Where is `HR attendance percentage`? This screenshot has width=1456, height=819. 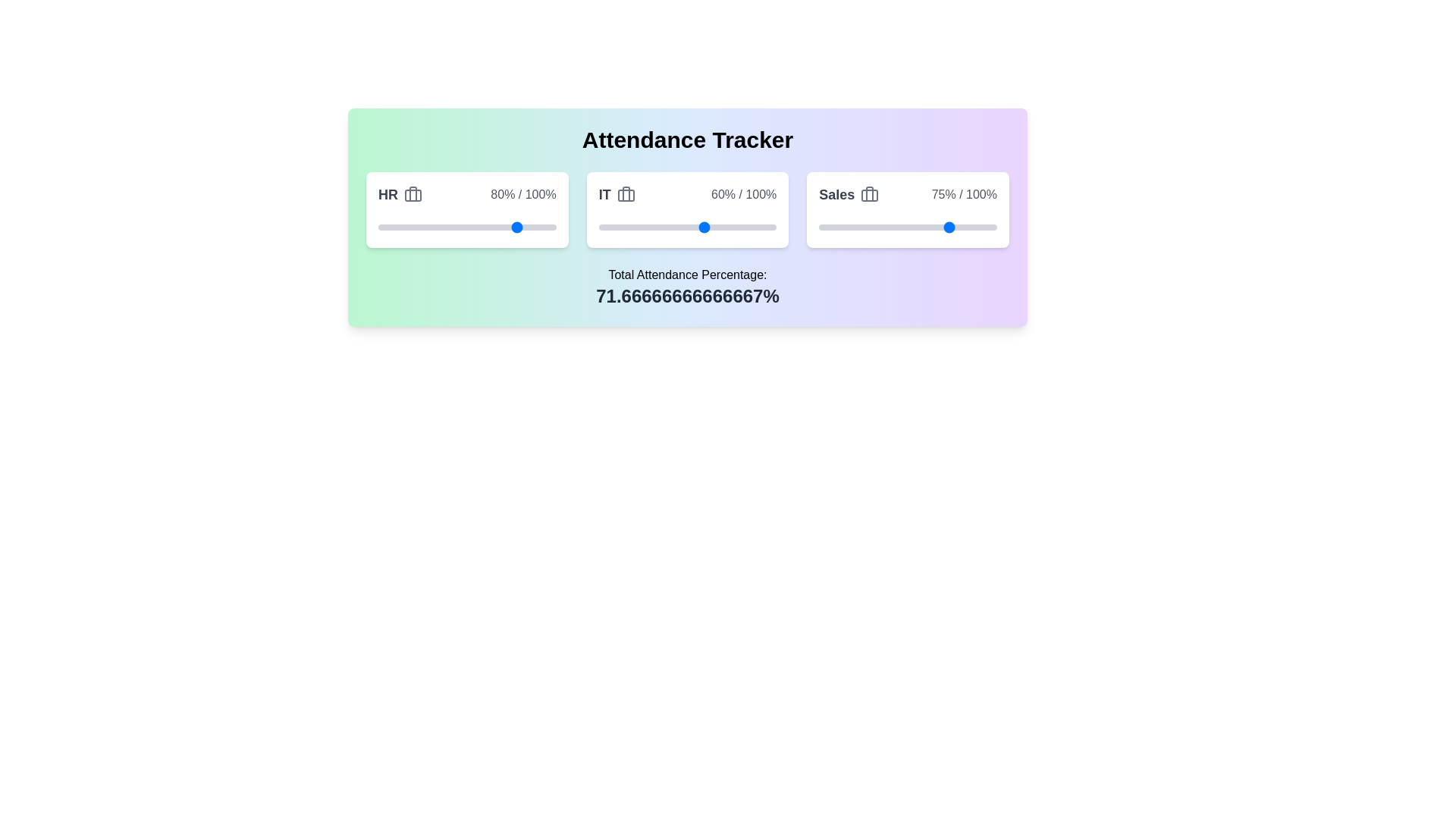
HR attendance percentage is located at coordinates (531, 227).